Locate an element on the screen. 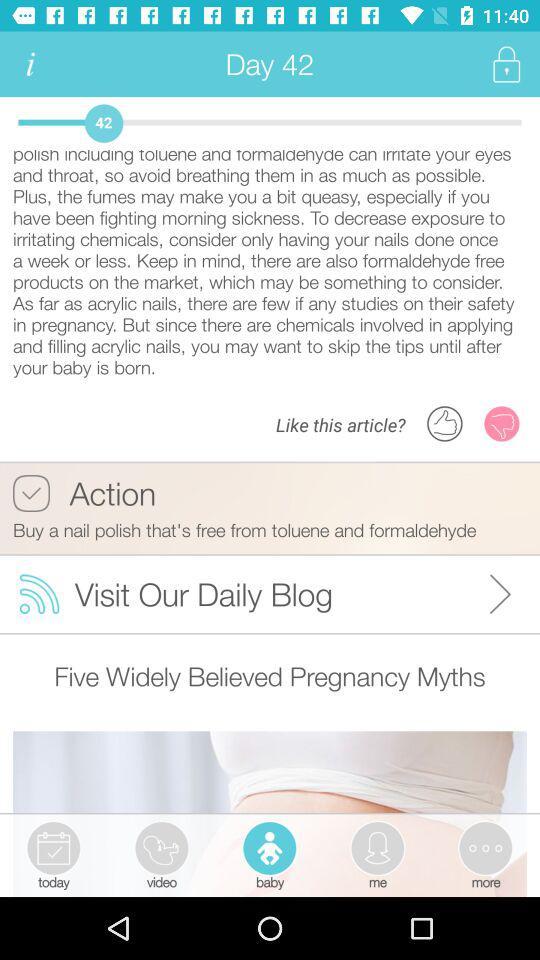  thanks to your is located at coordinates (270, 263).